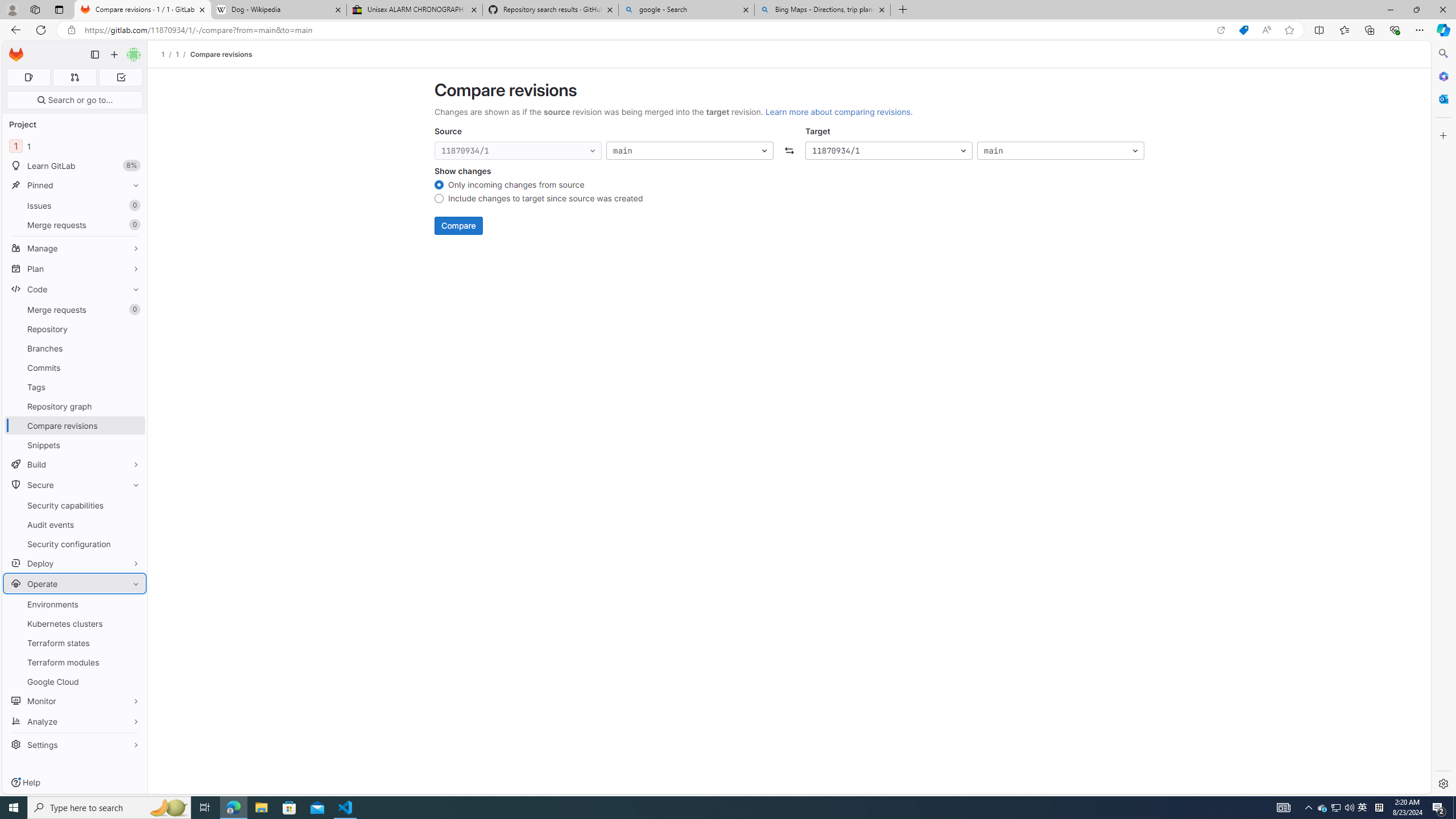 This screenshot has height=819, width=1456. Describe the element at coordinates (133, 425) in the screenshot. I see `'Pin Compare revisions'` at that location.